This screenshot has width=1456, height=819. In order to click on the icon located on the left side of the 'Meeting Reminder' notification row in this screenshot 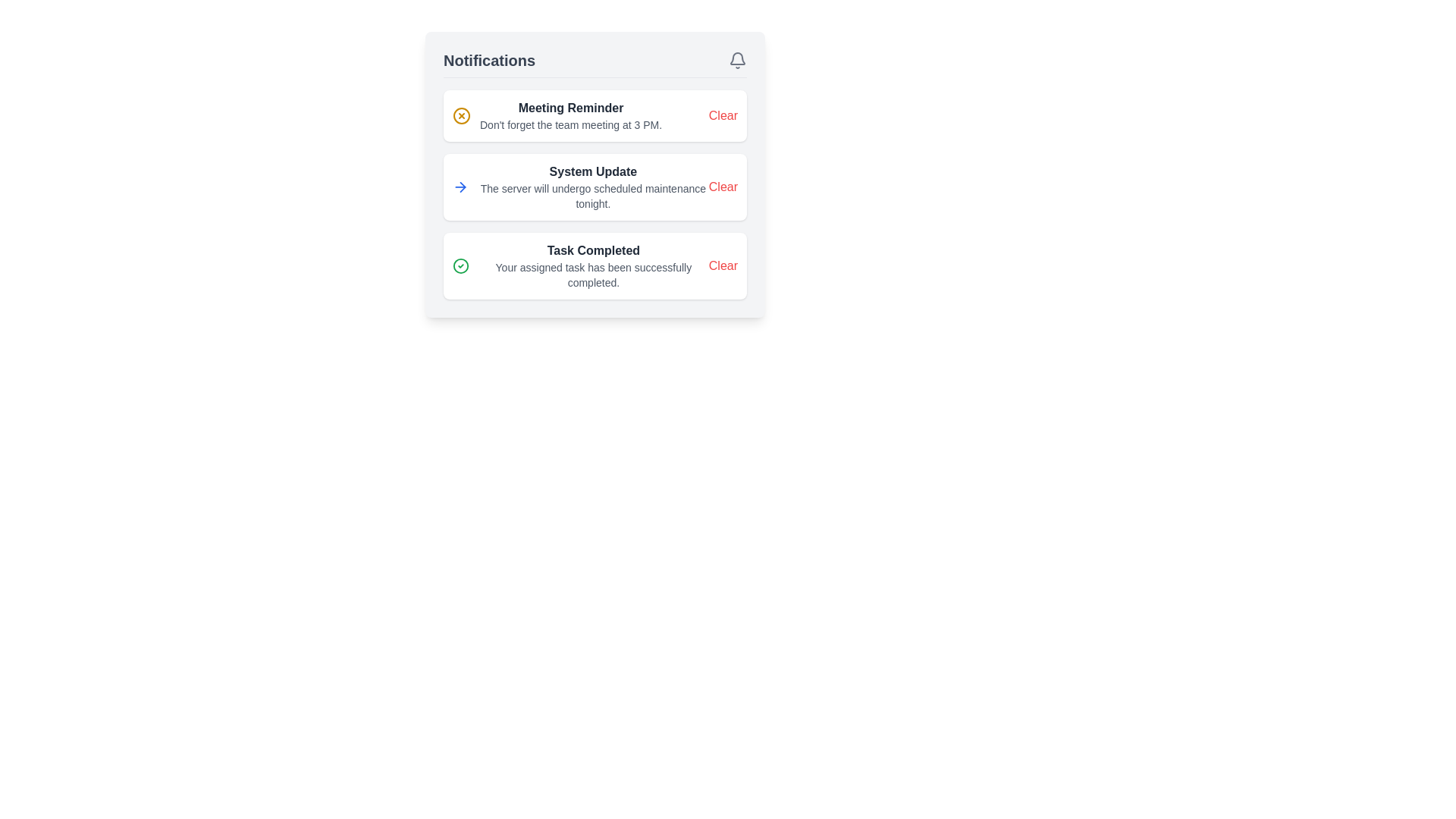, I will do `click(461, 115)`.